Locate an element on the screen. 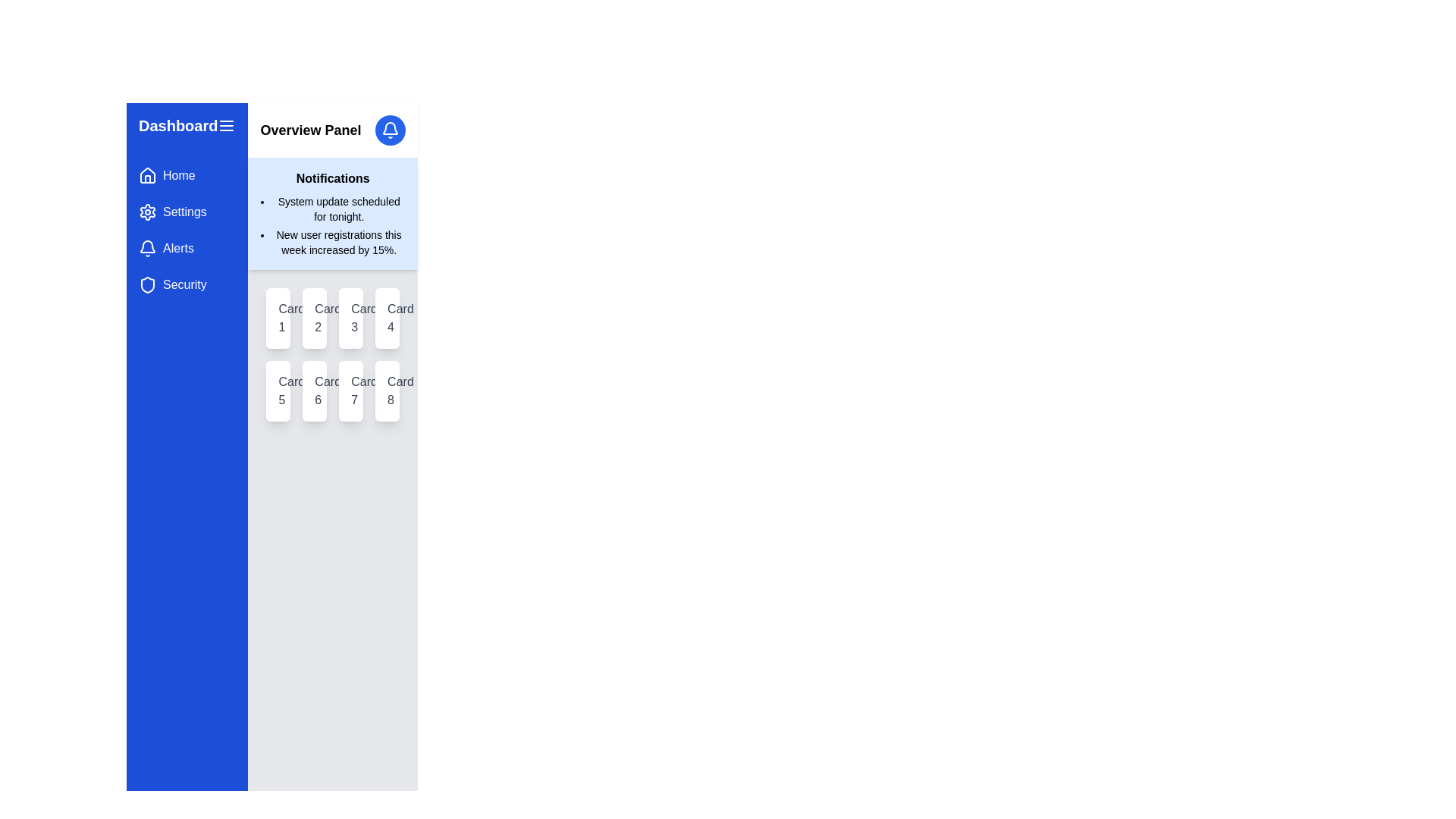 The image size is (1456, 819). the settings gear icon, which is the first element is located at coordinates (148, 212).